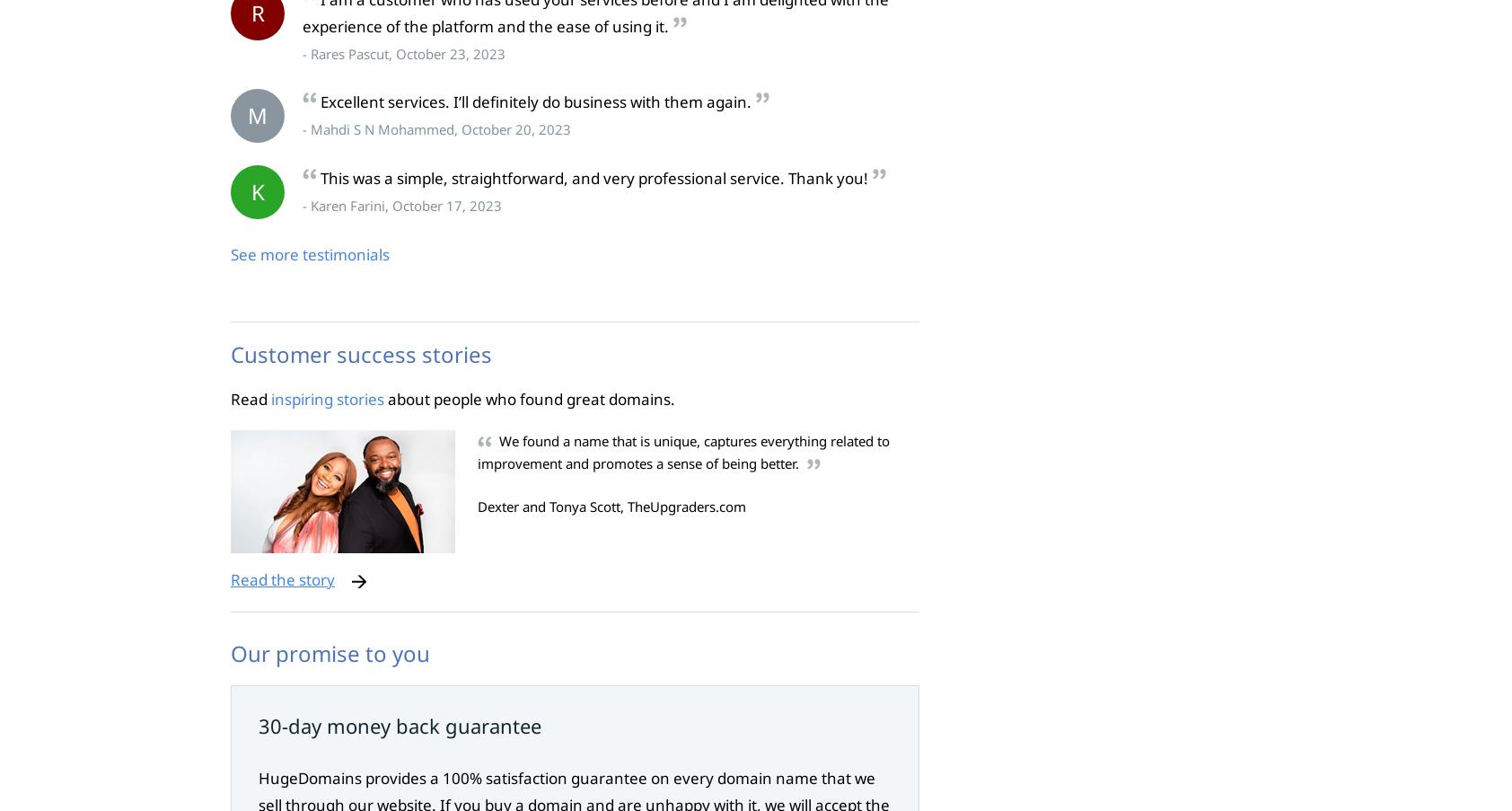 The width and height of the screenshot is (1512, 811). What do you see at coordinates (330, 652) in the screenshot?
I see `'Our promise to you'` at bounding box center [330, 652].